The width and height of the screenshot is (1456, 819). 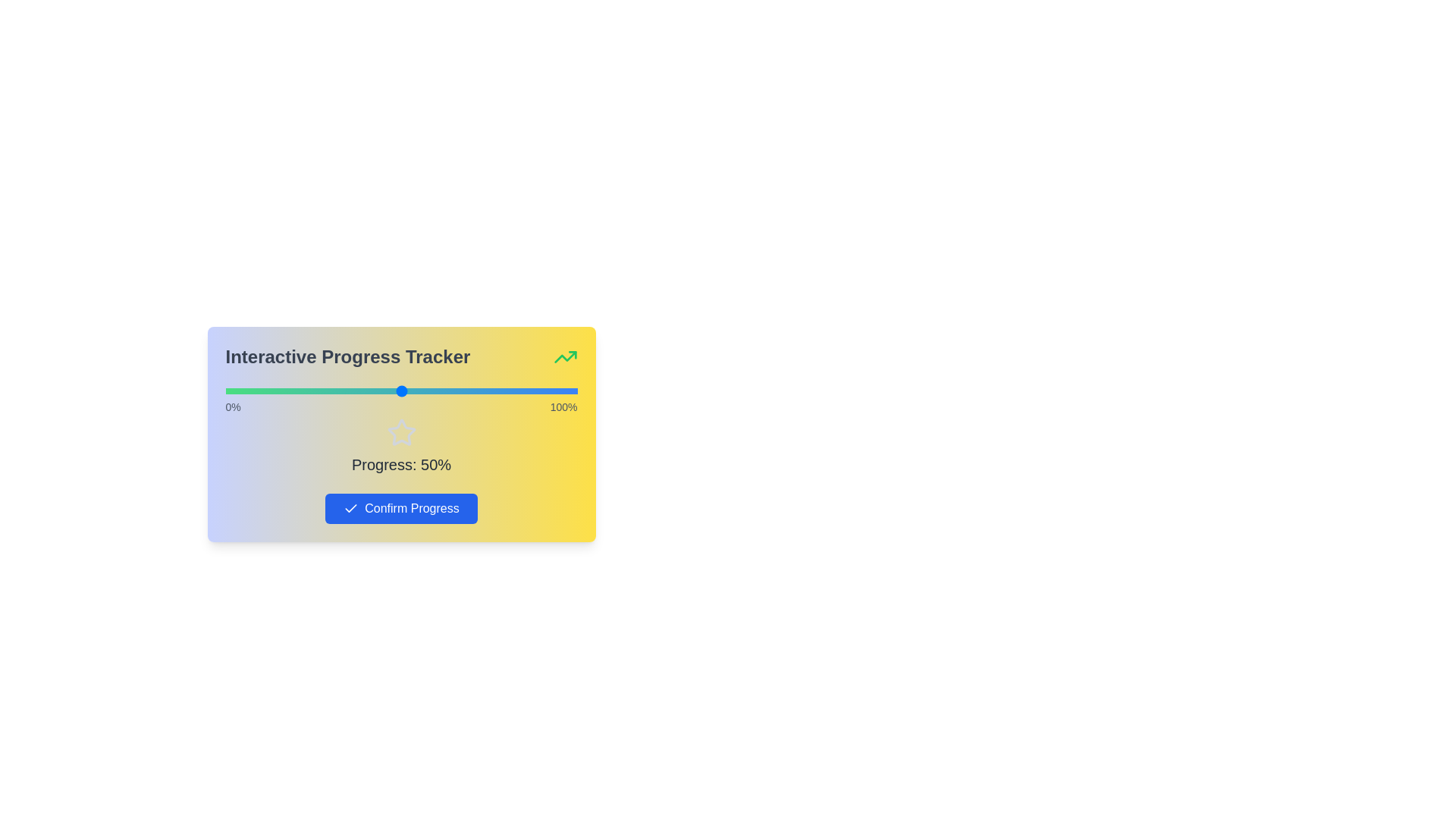 What do you see at coordinates (504, 391) in the screenshot?
I see `the progress slider to 79%` at bounding box center [504, 391].